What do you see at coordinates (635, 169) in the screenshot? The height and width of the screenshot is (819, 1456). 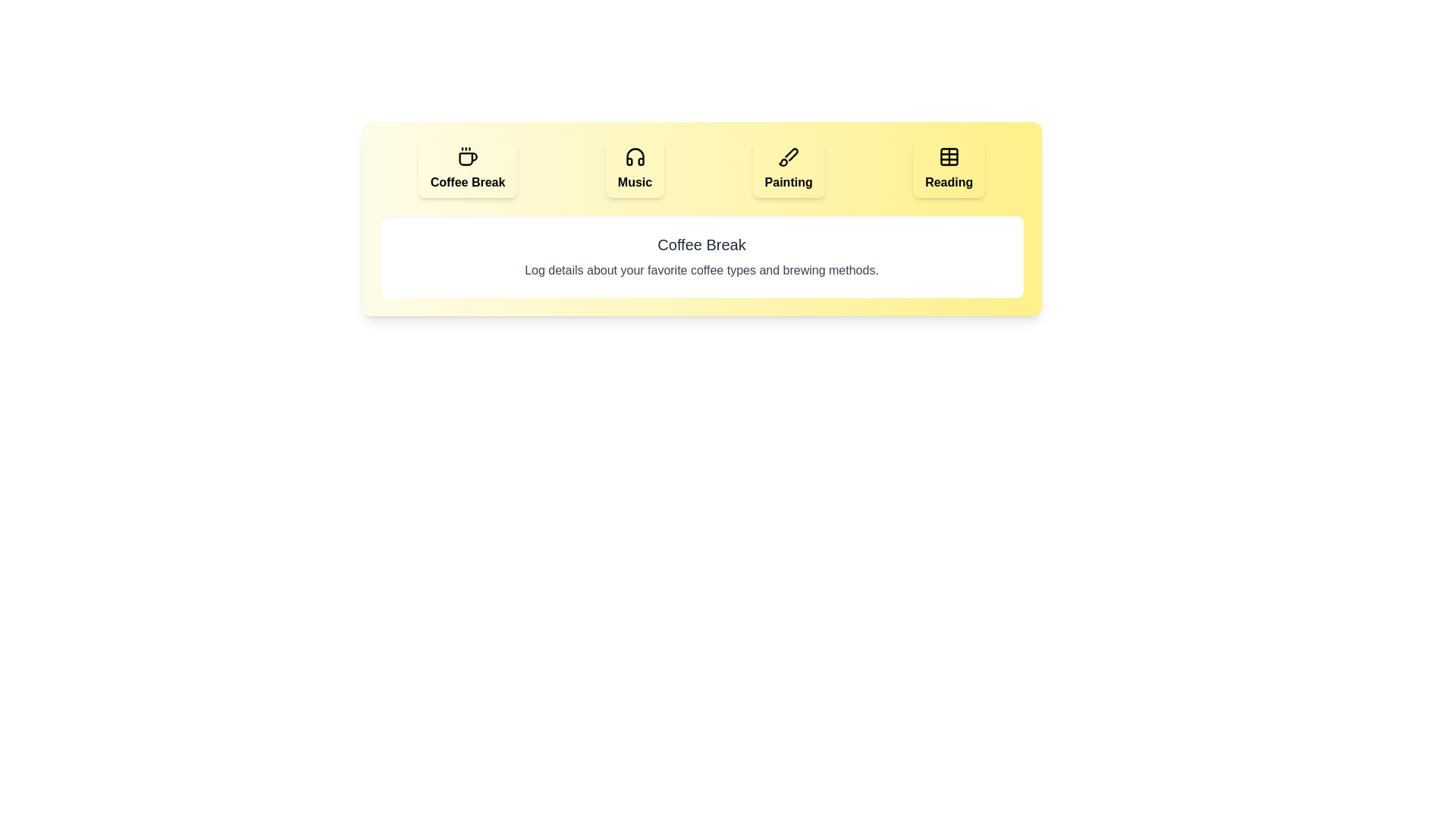 I see `the 'Music' button, which is a rectangular button with a light yellow background, a black headphones icon, and bold text` at bounding box center [635, 169].